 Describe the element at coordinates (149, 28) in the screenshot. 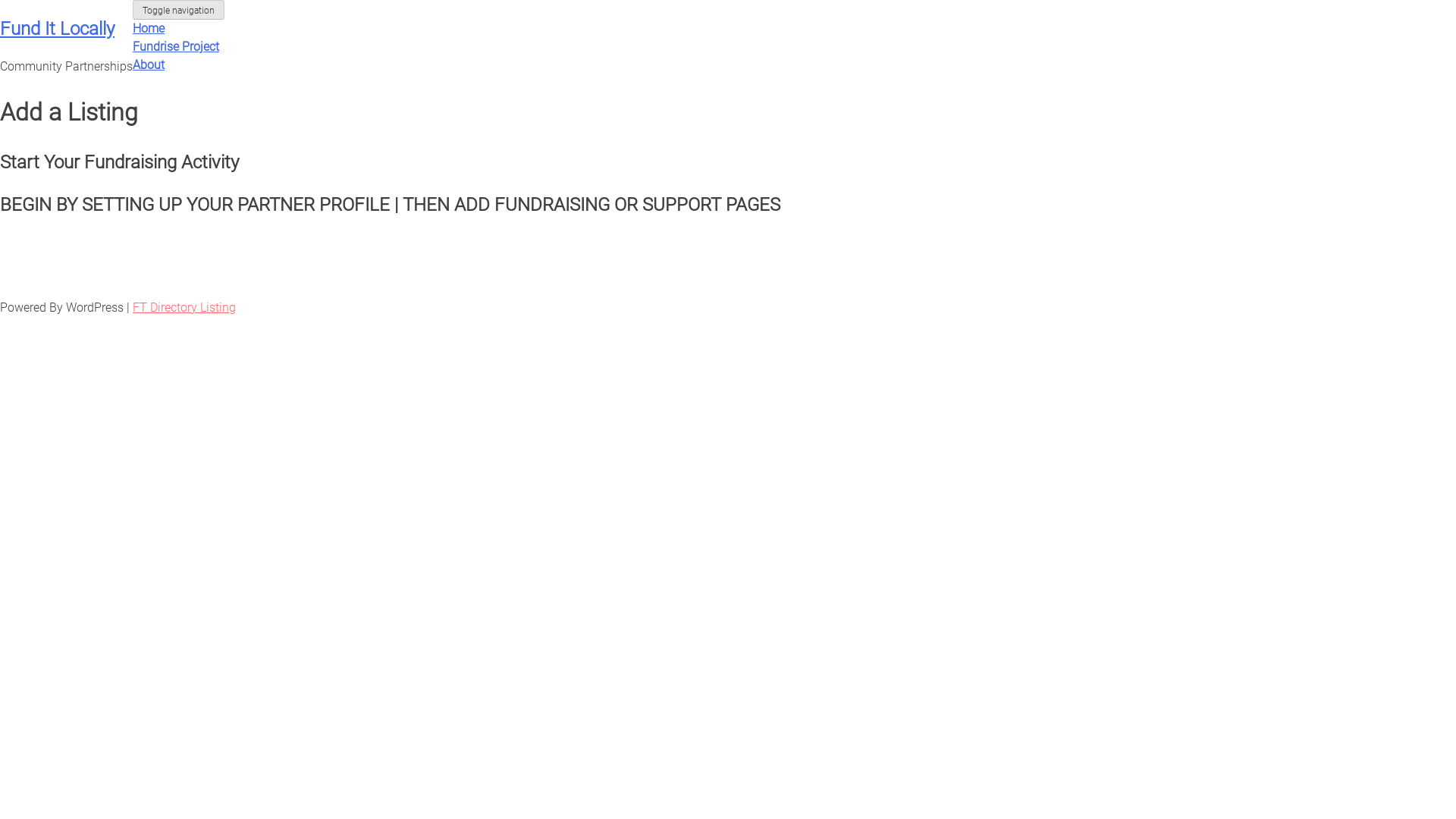

I see `'Home'` at that location.